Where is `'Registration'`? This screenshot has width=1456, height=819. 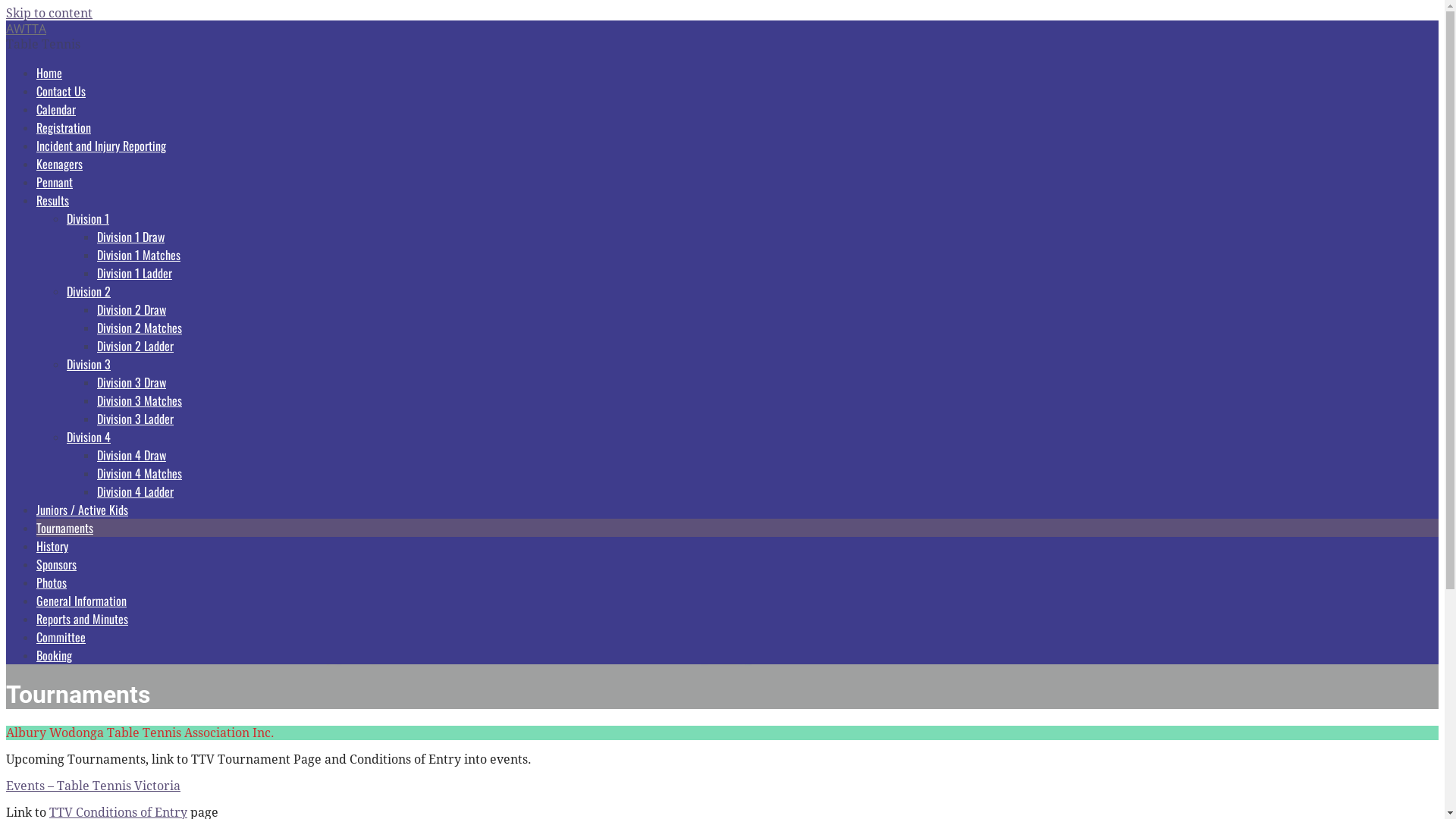 'Registration' is located at coordinates (62, 127).